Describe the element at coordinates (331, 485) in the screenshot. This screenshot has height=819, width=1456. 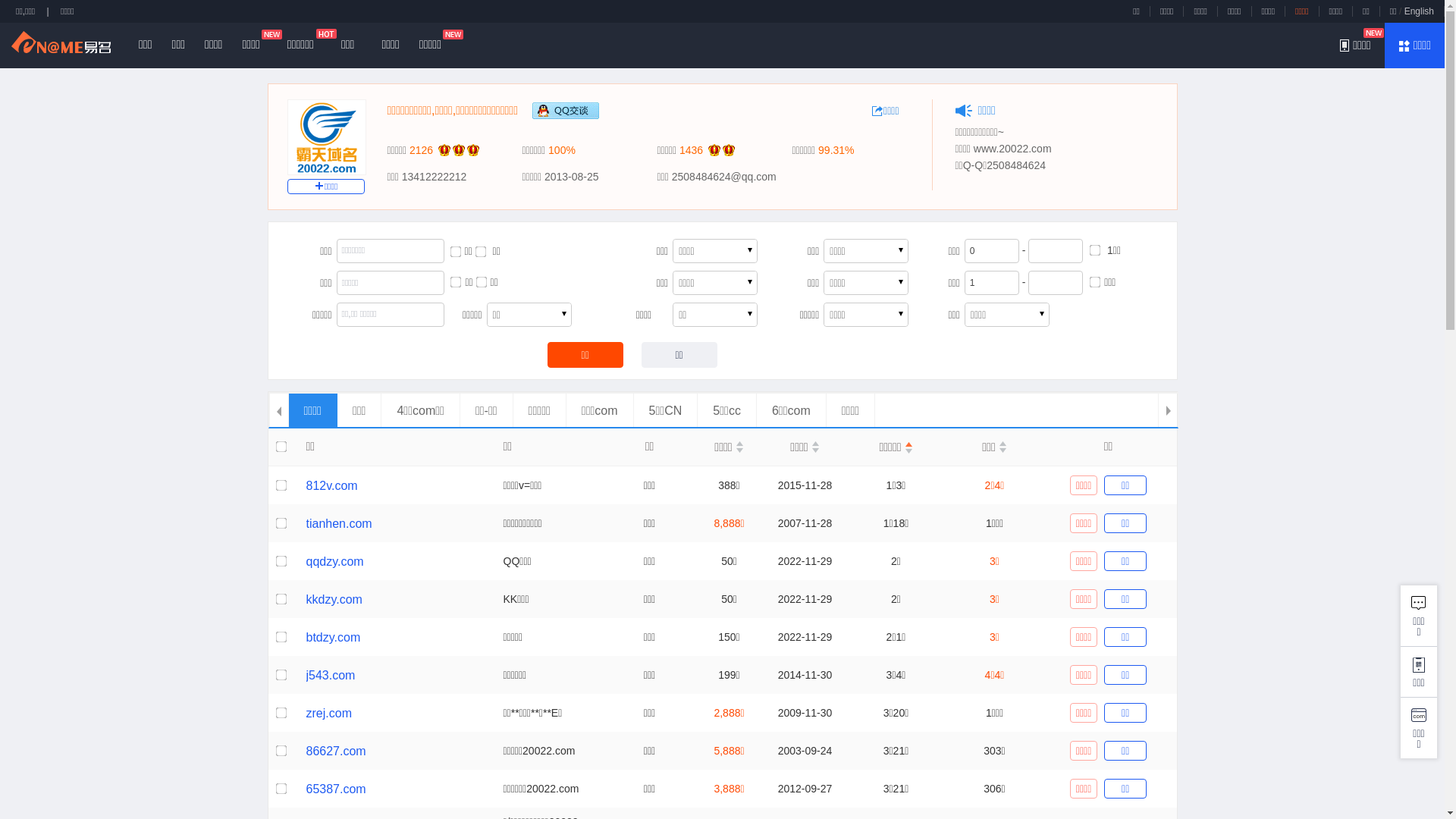
I see `'812v.com'` at that location.